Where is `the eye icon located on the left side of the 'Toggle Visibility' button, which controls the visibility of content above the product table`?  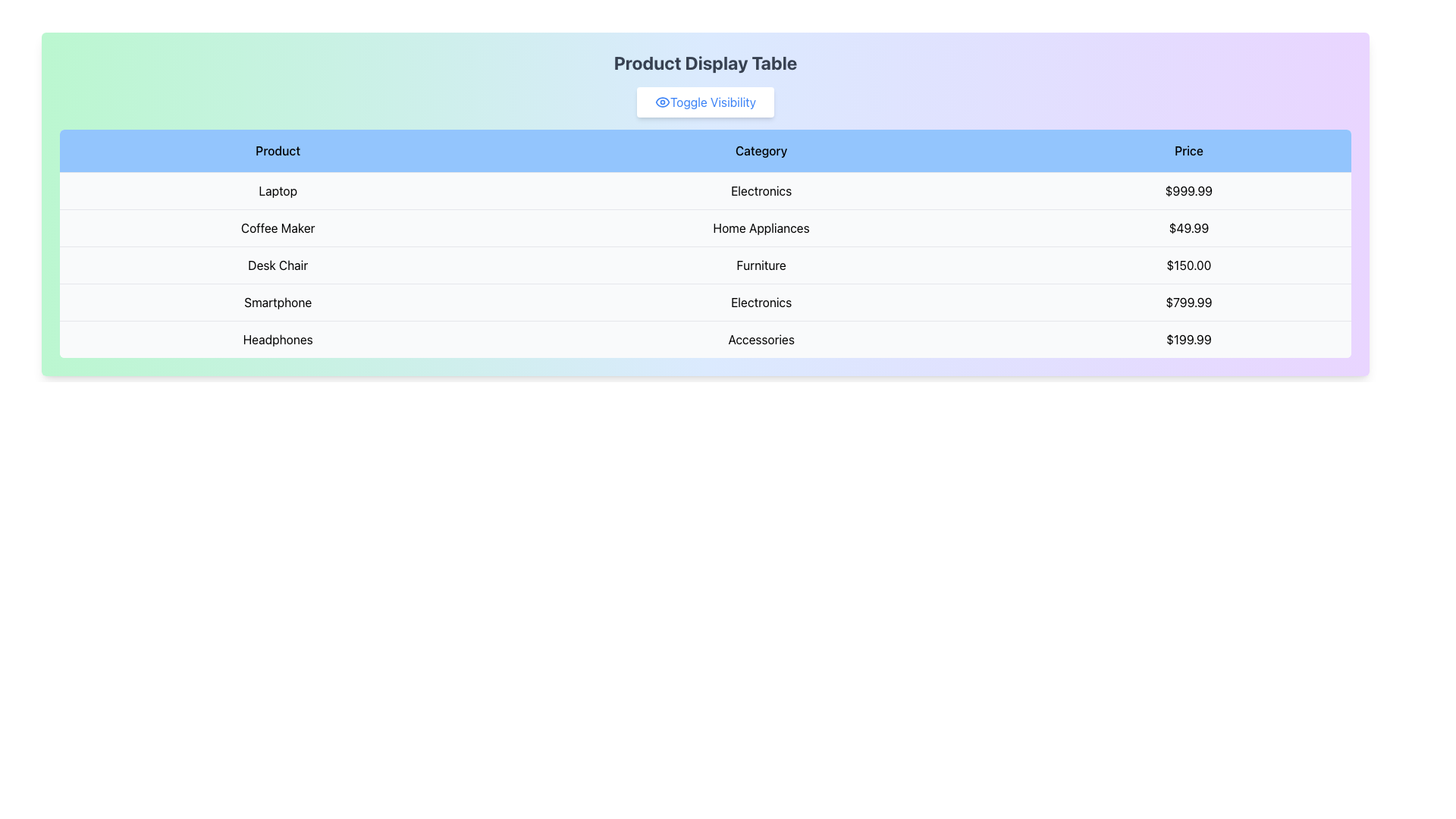 the eye icon located on the left side of the 'Toggle Visibility' button, which controls the visibility of content above the product table is located at coordinates (662, 102).